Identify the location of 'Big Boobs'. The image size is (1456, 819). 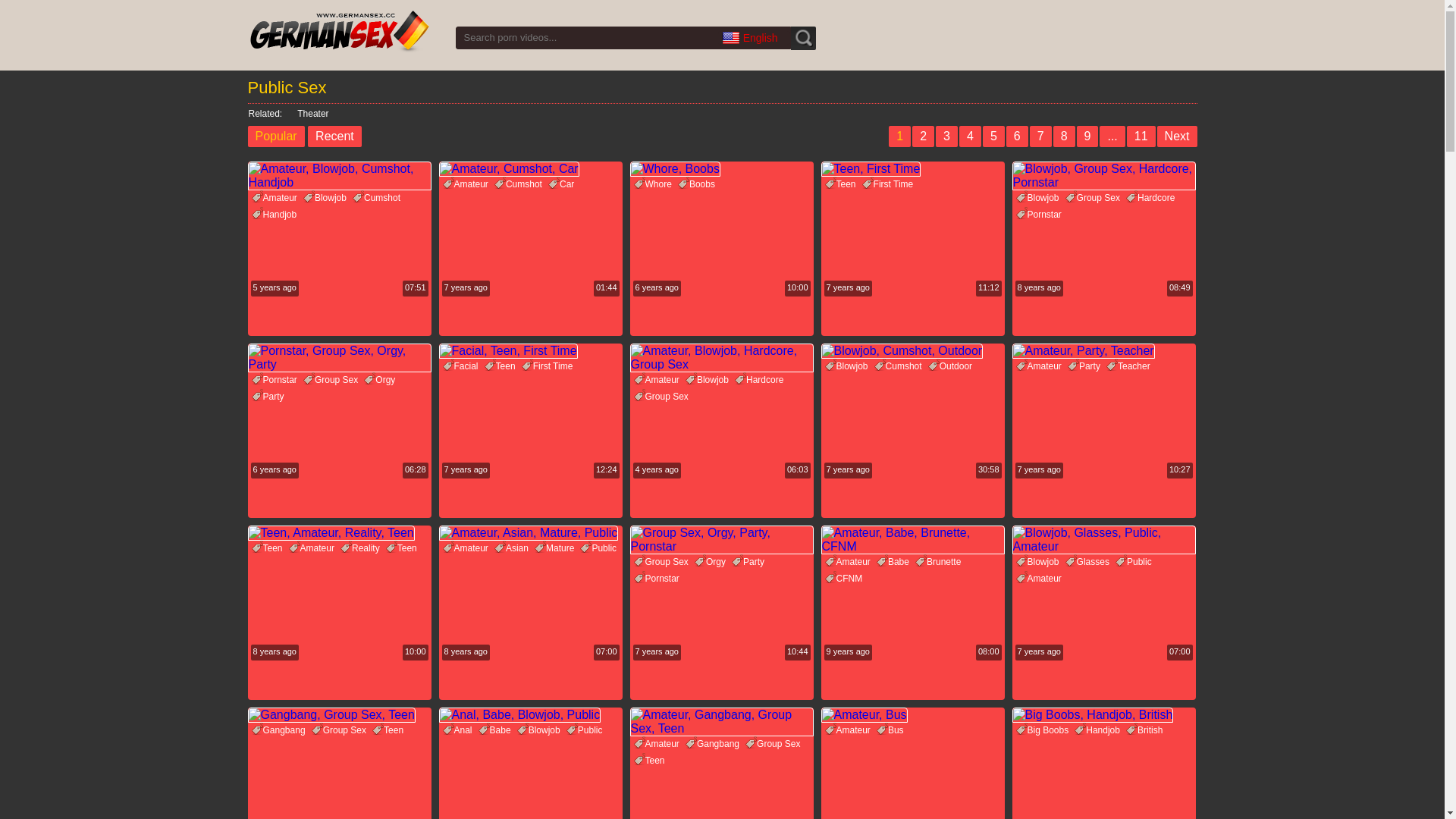
(1043, 730).